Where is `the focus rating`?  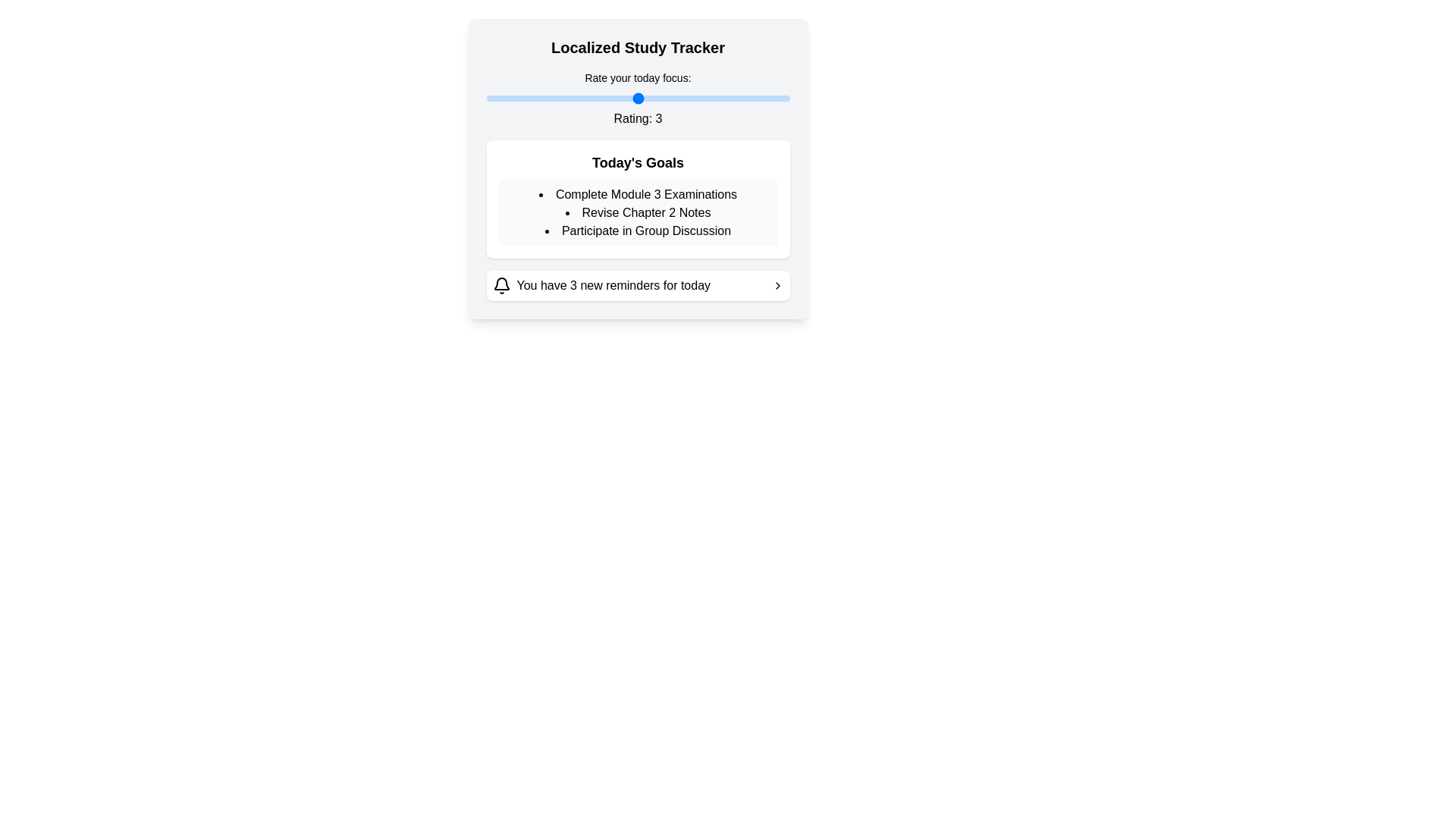 the focus rating is located at coordinates (713, 99).